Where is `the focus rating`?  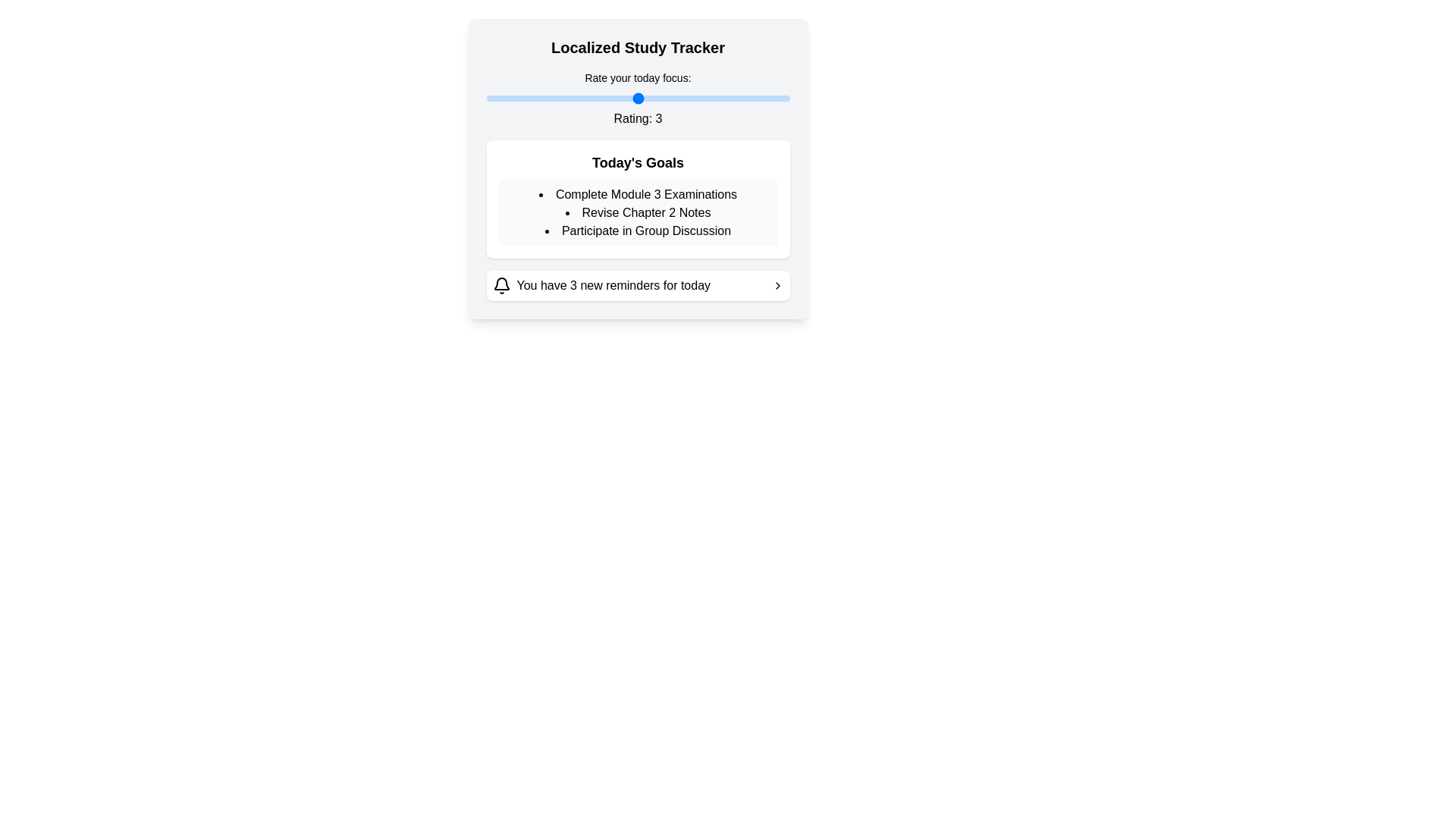 the focus rating is located at coordinates (713, 99).